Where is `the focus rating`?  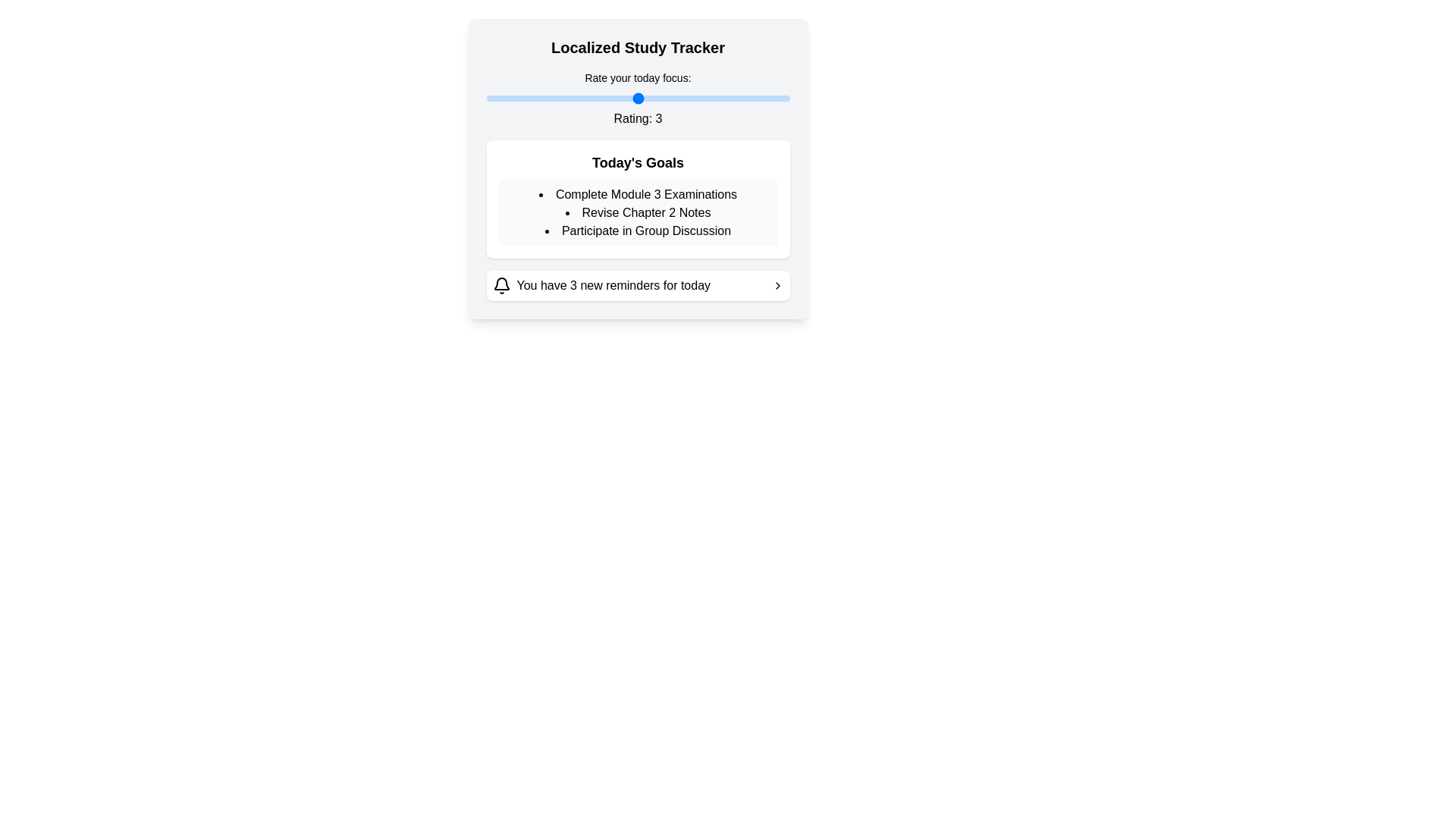 the focus rating is located at coordinates (713, 99).